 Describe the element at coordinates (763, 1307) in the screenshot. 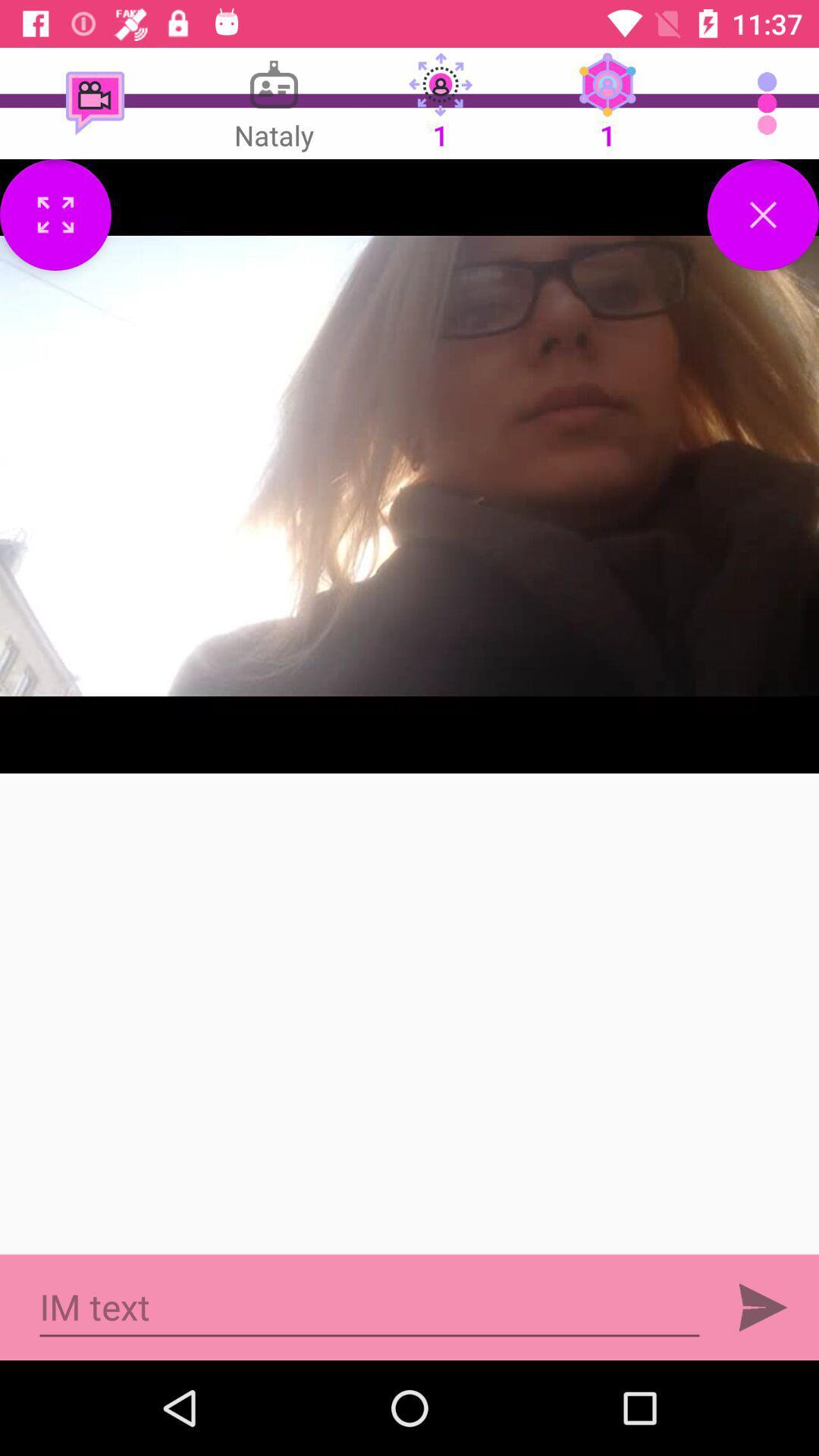

I see `send the message` at that location.